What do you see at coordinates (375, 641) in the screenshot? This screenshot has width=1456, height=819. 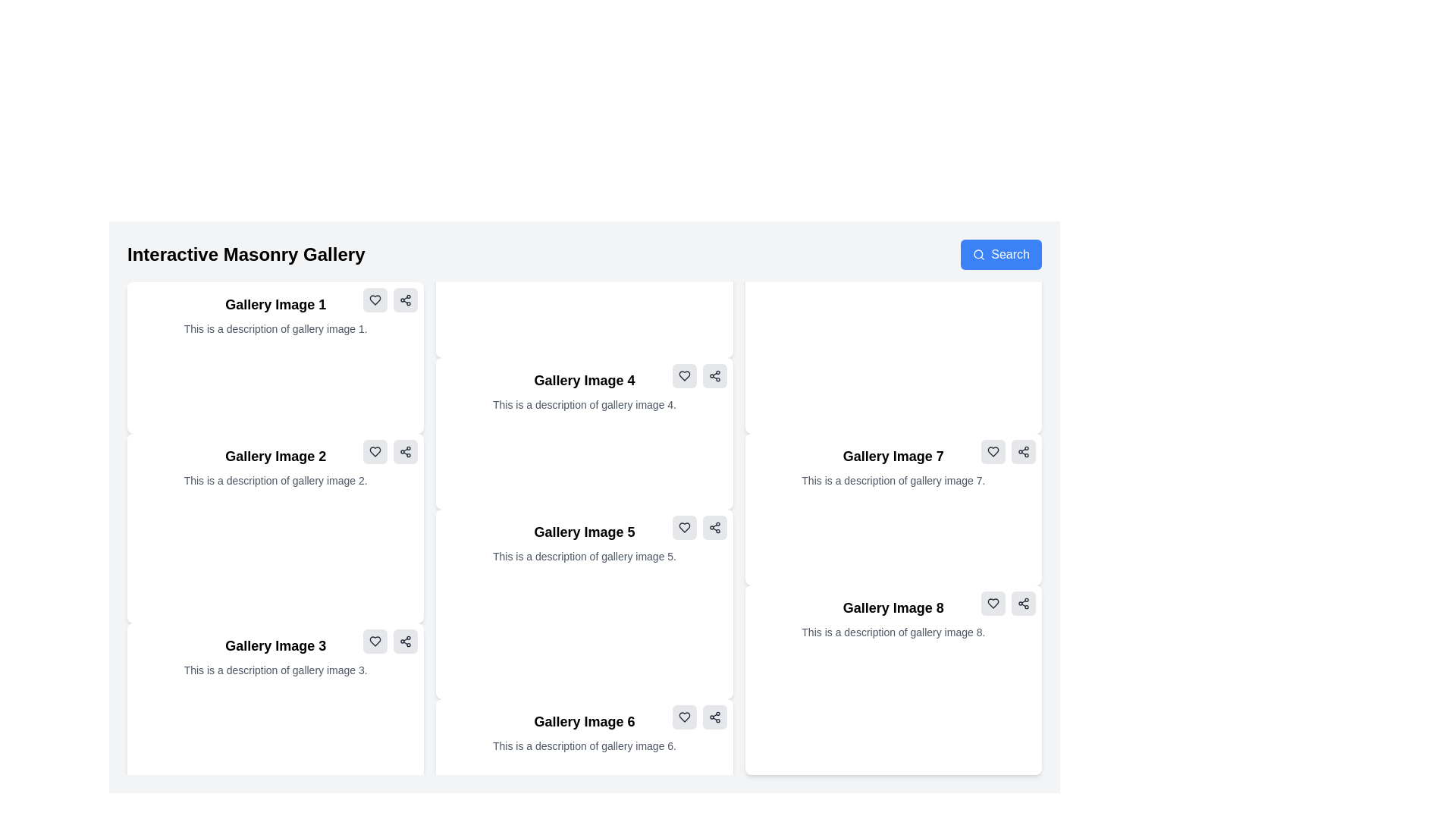 I see `the heart-shaped icon with a black outline located within a grey button in the bottom right corner adjacent to the 'Gallery Image 3' card` at bounding box center [375, 641].